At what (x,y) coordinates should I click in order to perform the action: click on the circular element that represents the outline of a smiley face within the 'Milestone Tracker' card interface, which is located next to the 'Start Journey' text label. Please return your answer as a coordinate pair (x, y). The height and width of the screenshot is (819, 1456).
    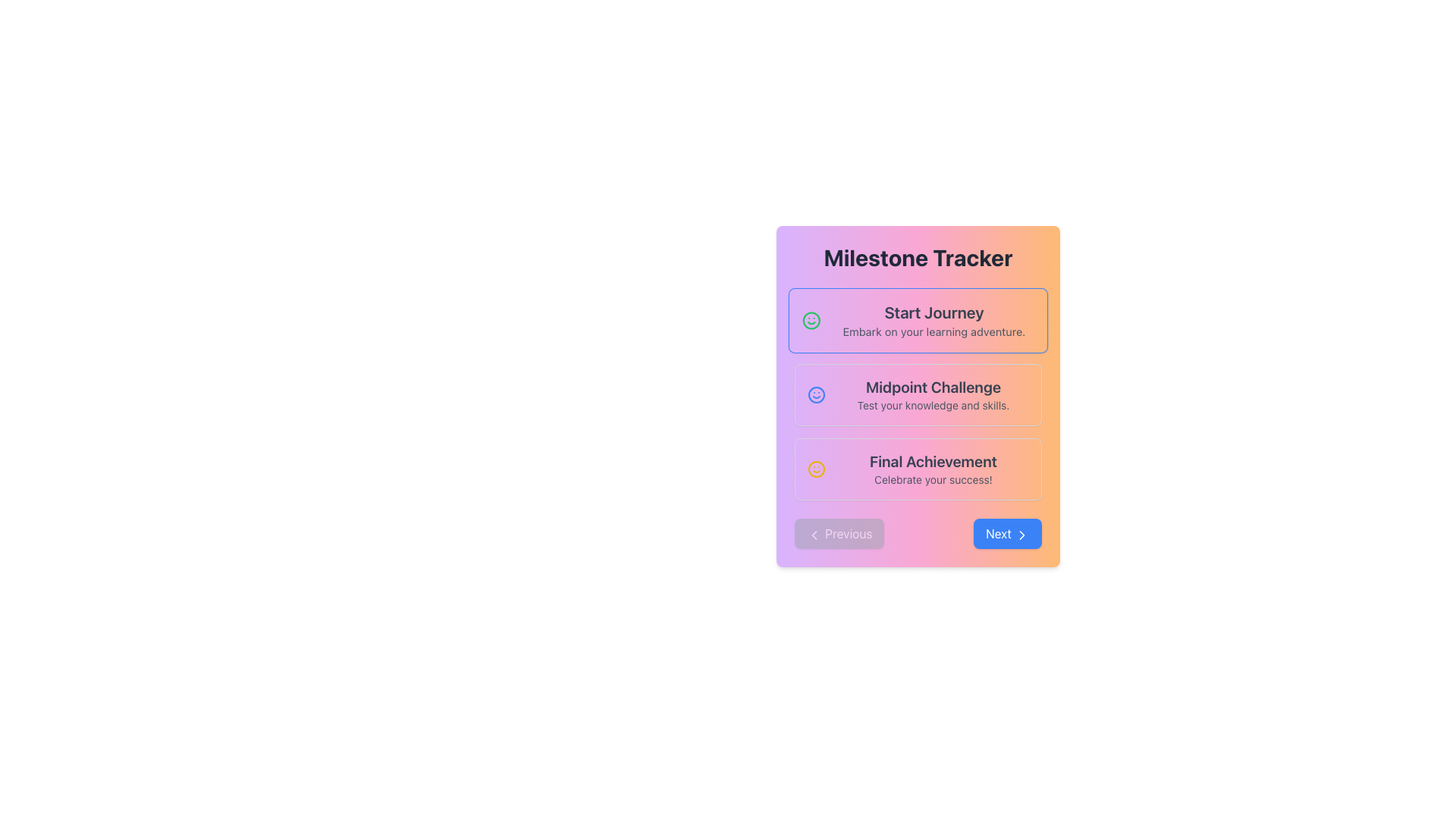
    Looking at the image, I should click on (815, 468).